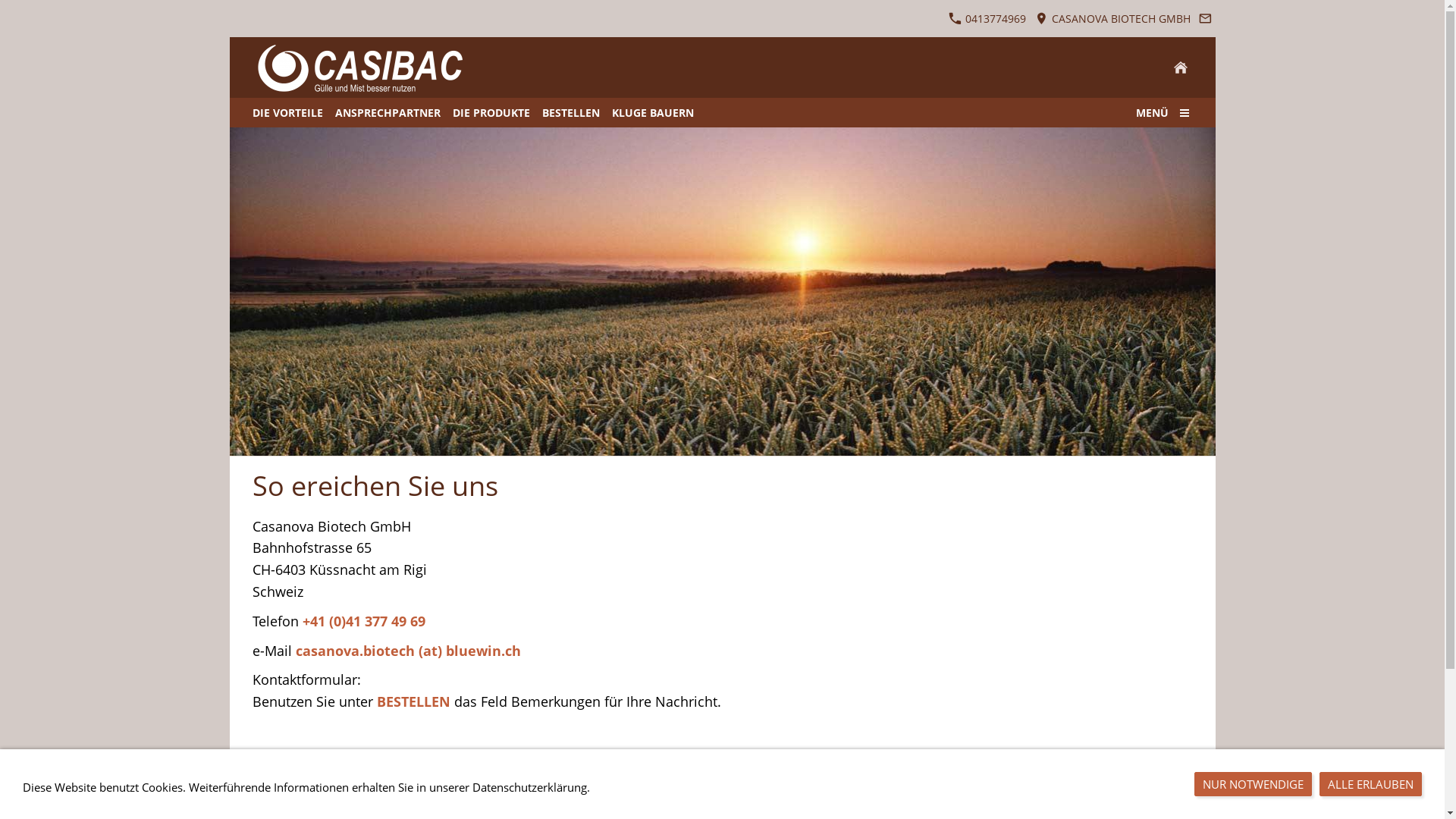 The width and height of the screenshot is (1456, 819). What do you see at coordinates (1204, 18) in the screenshot?
I see `'Senden Sie uns eine E-Mail-Nachricht'` at bounding box center [1204, 18].